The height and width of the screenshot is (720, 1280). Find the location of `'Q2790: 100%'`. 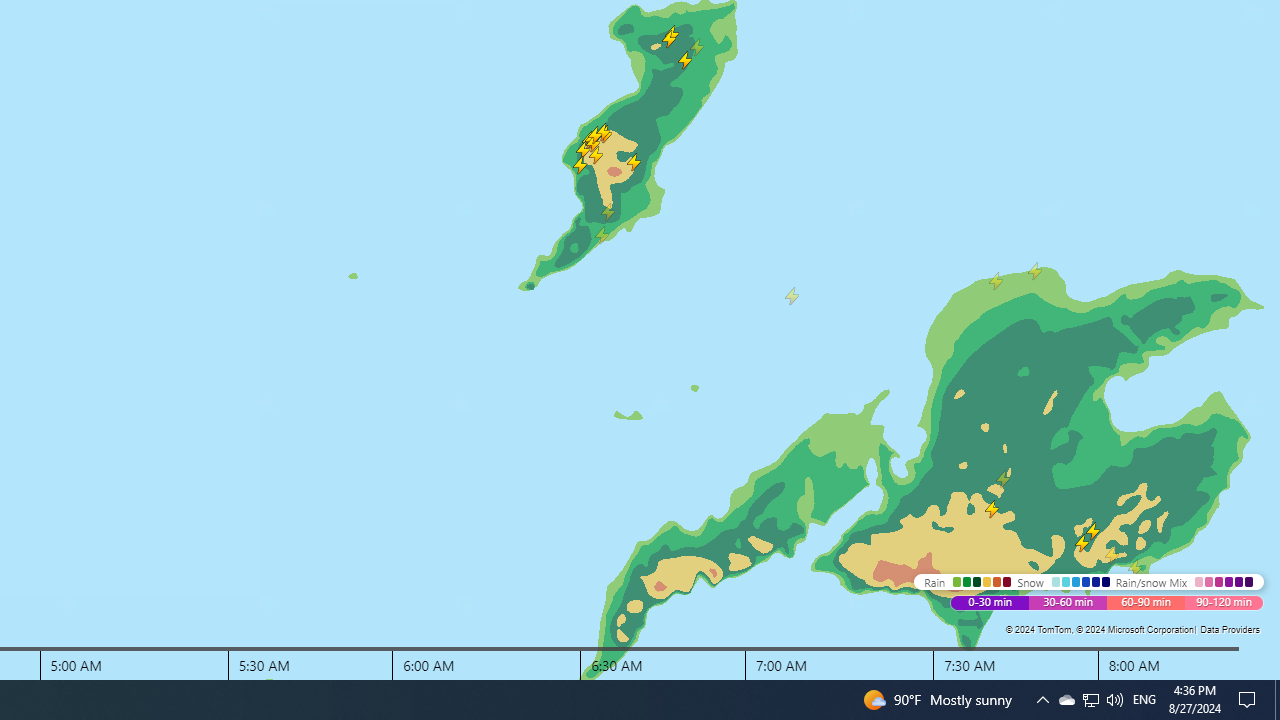

'Q2790: 100%' is located at coordinates (1144, 698).